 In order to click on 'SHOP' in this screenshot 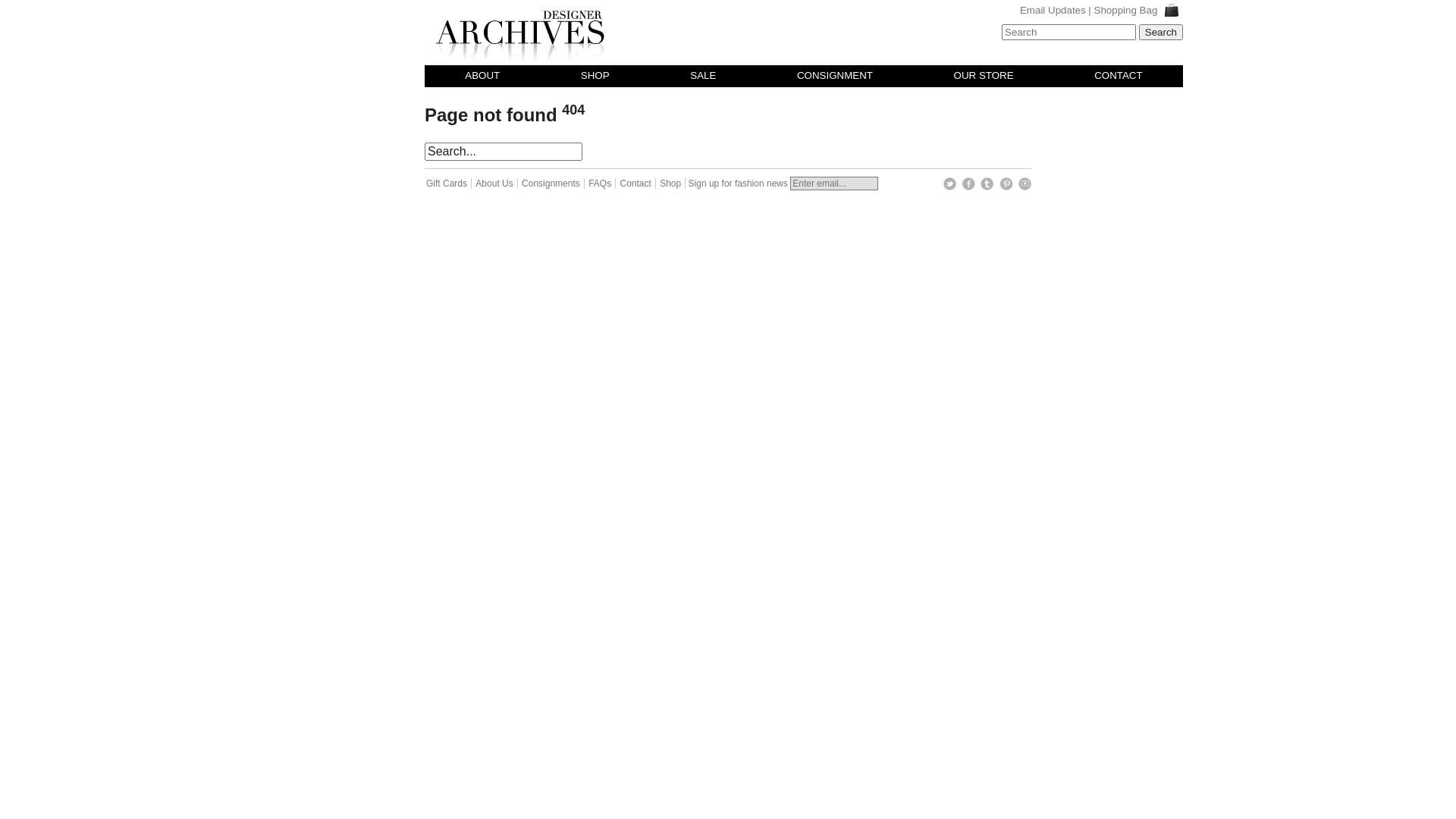, I will do `click(595, 76)`.